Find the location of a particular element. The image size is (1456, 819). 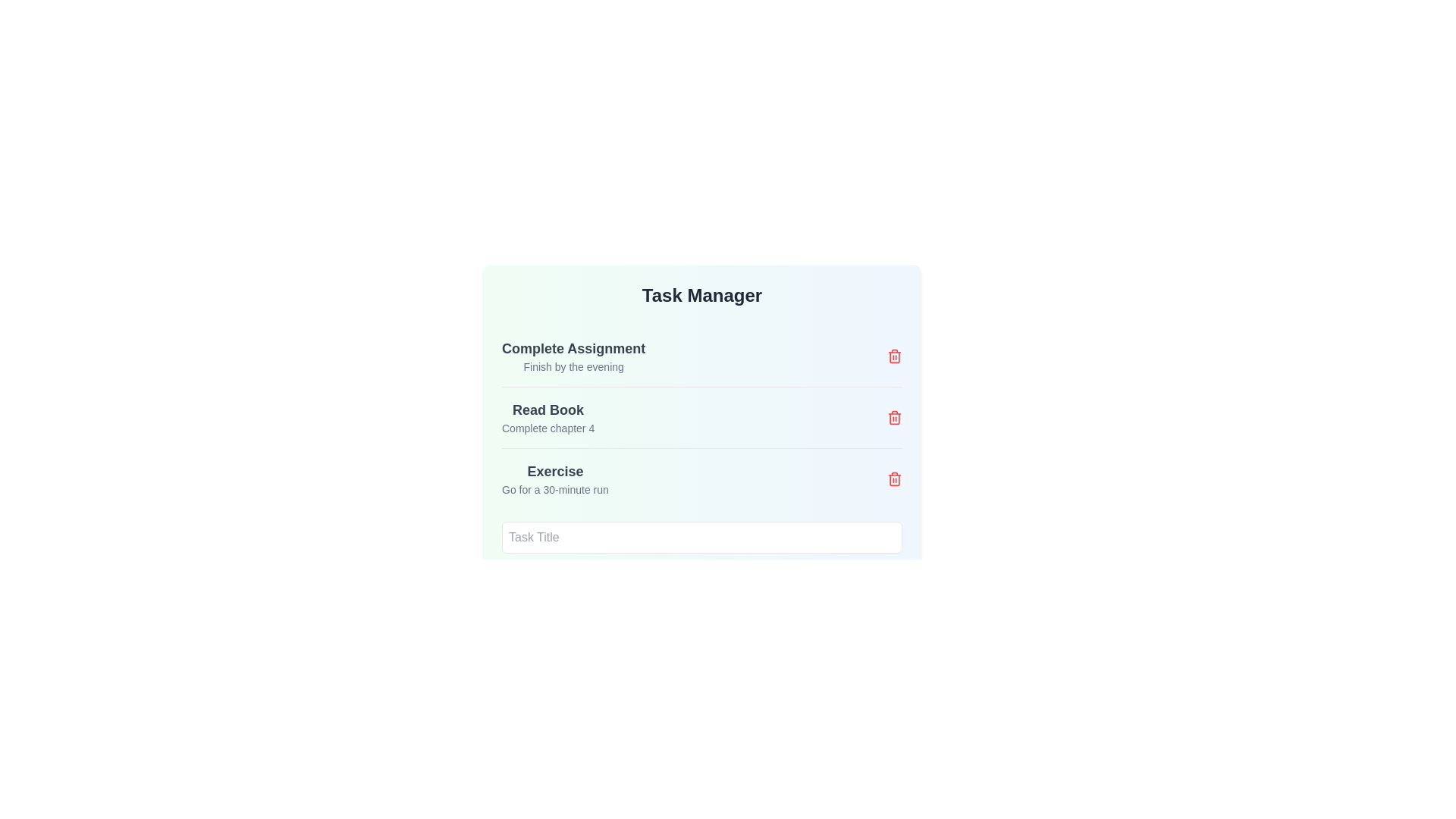

the delete Icon button located to the right of the 'Complete Assignment' task is located at coordinates (895, 356).